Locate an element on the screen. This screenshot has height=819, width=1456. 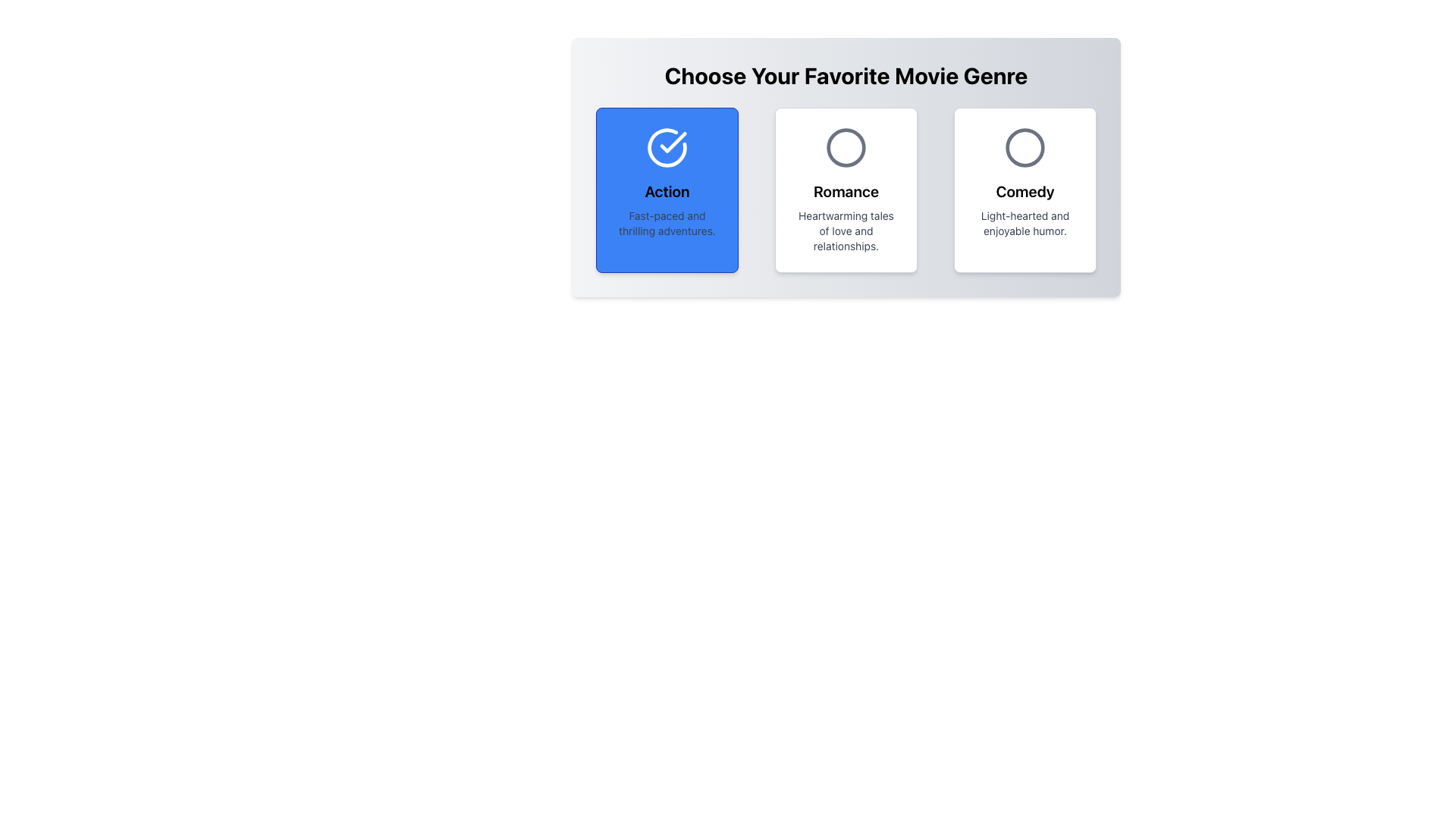
descriptive subtitle text located within the 'Comedy' card, which is positioned directly below the title 'Comedy' is located at coordinates (1025, 223).